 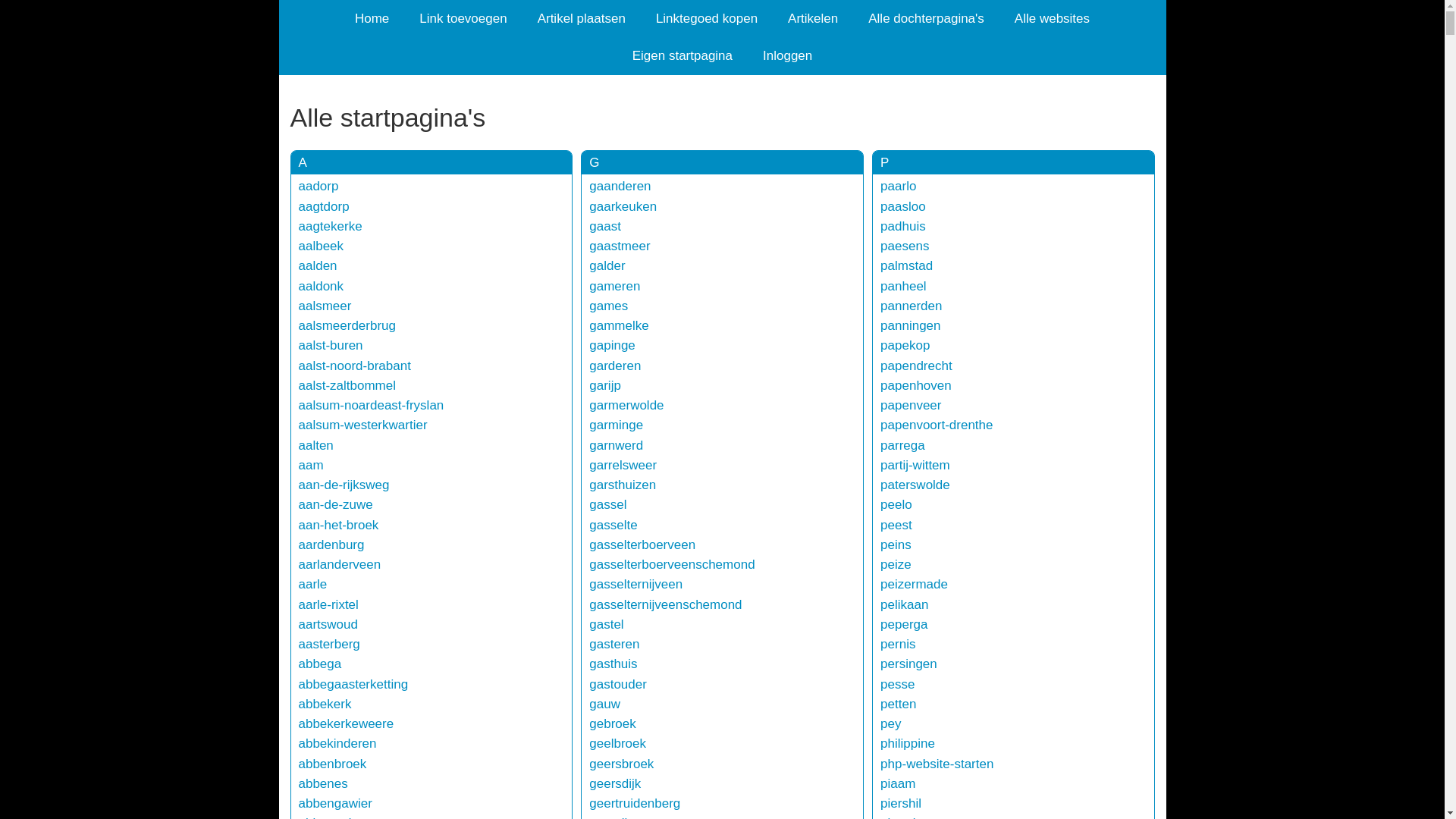 I want to click on 'galder', so click(x=607, y=265).